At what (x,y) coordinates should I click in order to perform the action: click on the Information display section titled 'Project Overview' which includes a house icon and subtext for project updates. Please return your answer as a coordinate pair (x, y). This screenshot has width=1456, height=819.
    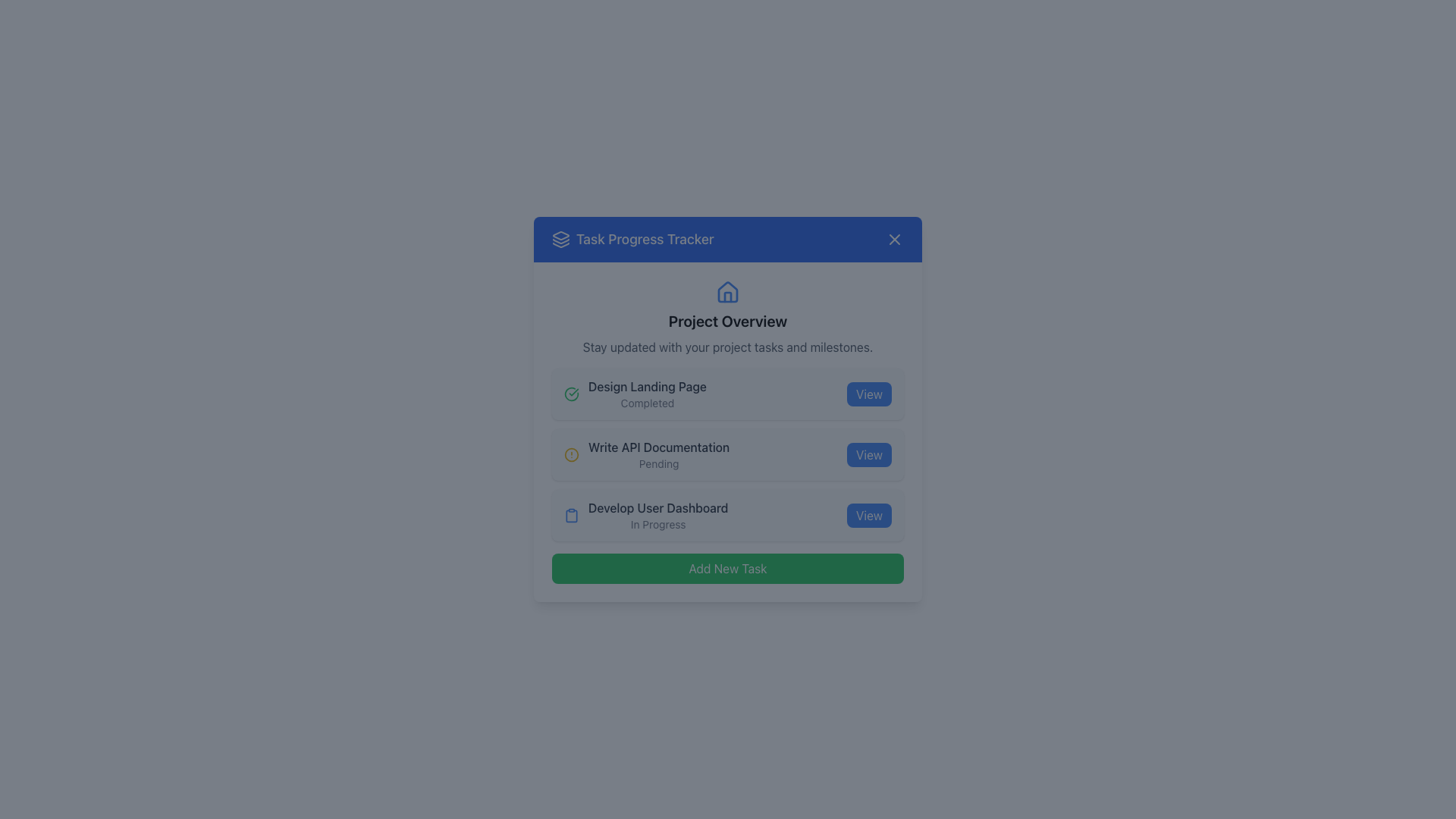
    Looking at the image, I should click on (728, 318).